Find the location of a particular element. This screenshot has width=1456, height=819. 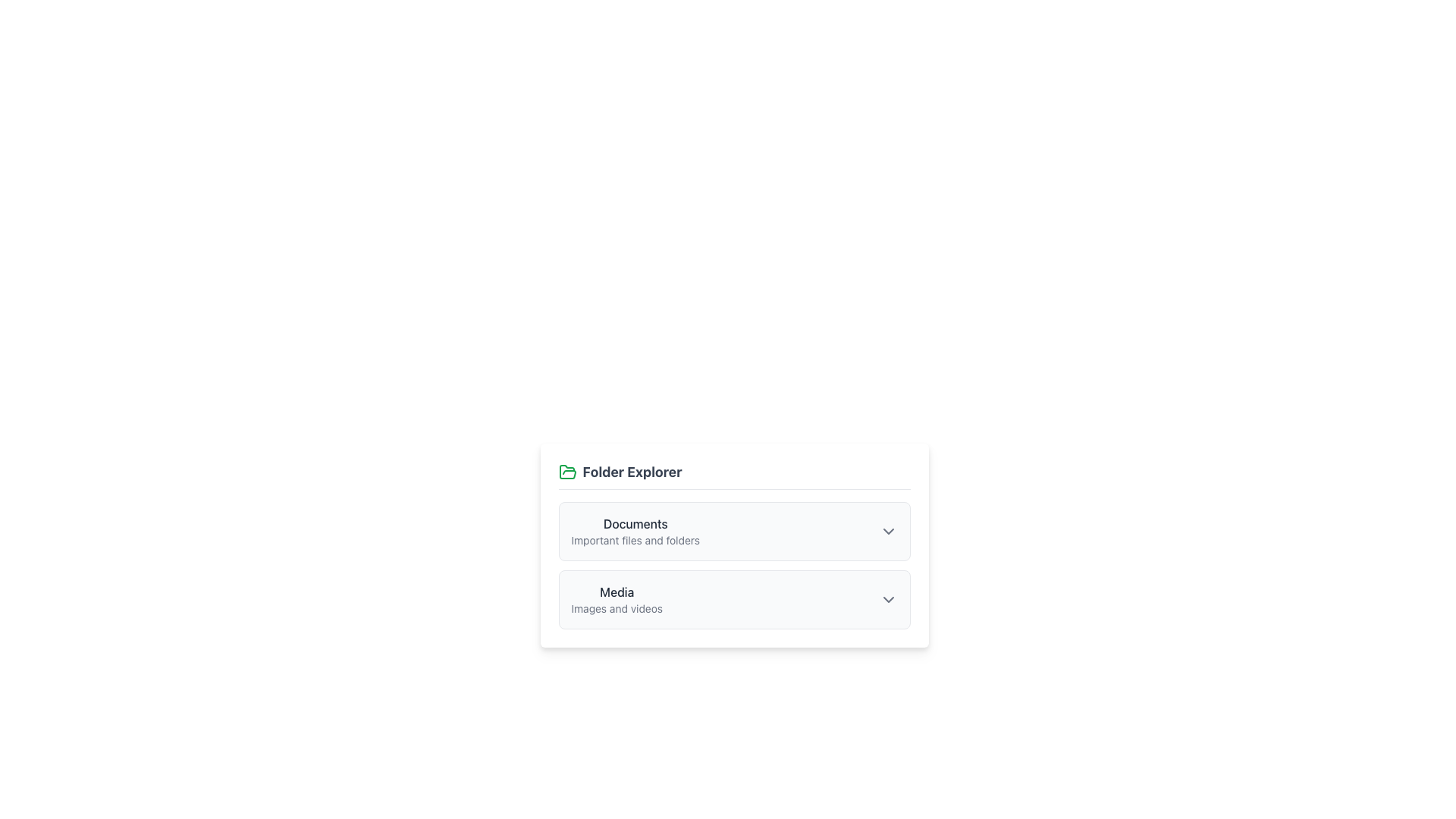

the label reading 'Important files and folders' which is positioned directly below the 'Documents' heading in the 'Folder Explorer' interface is located at coordinates (635, 540).